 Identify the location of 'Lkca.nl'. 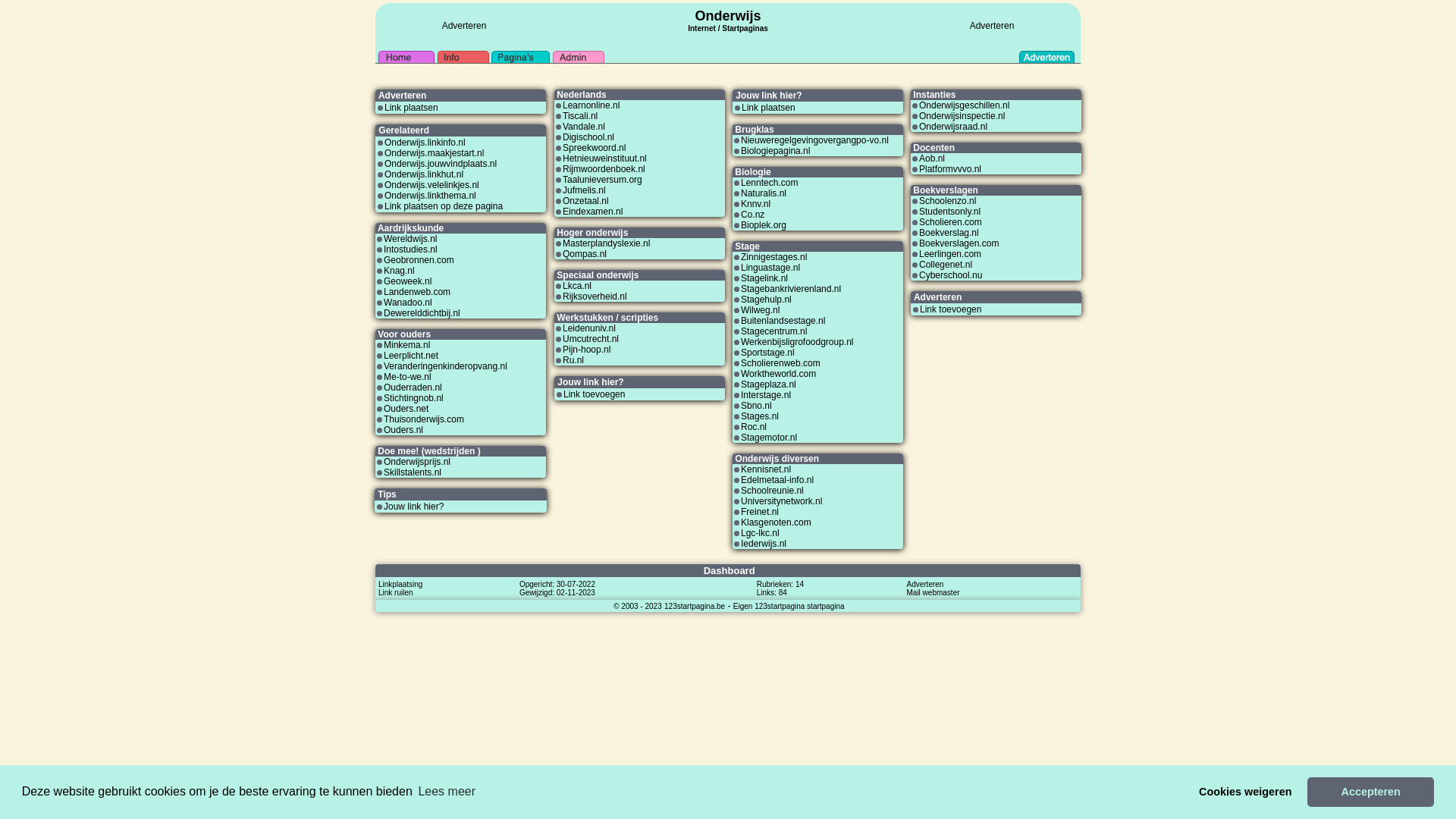
(576, 286).